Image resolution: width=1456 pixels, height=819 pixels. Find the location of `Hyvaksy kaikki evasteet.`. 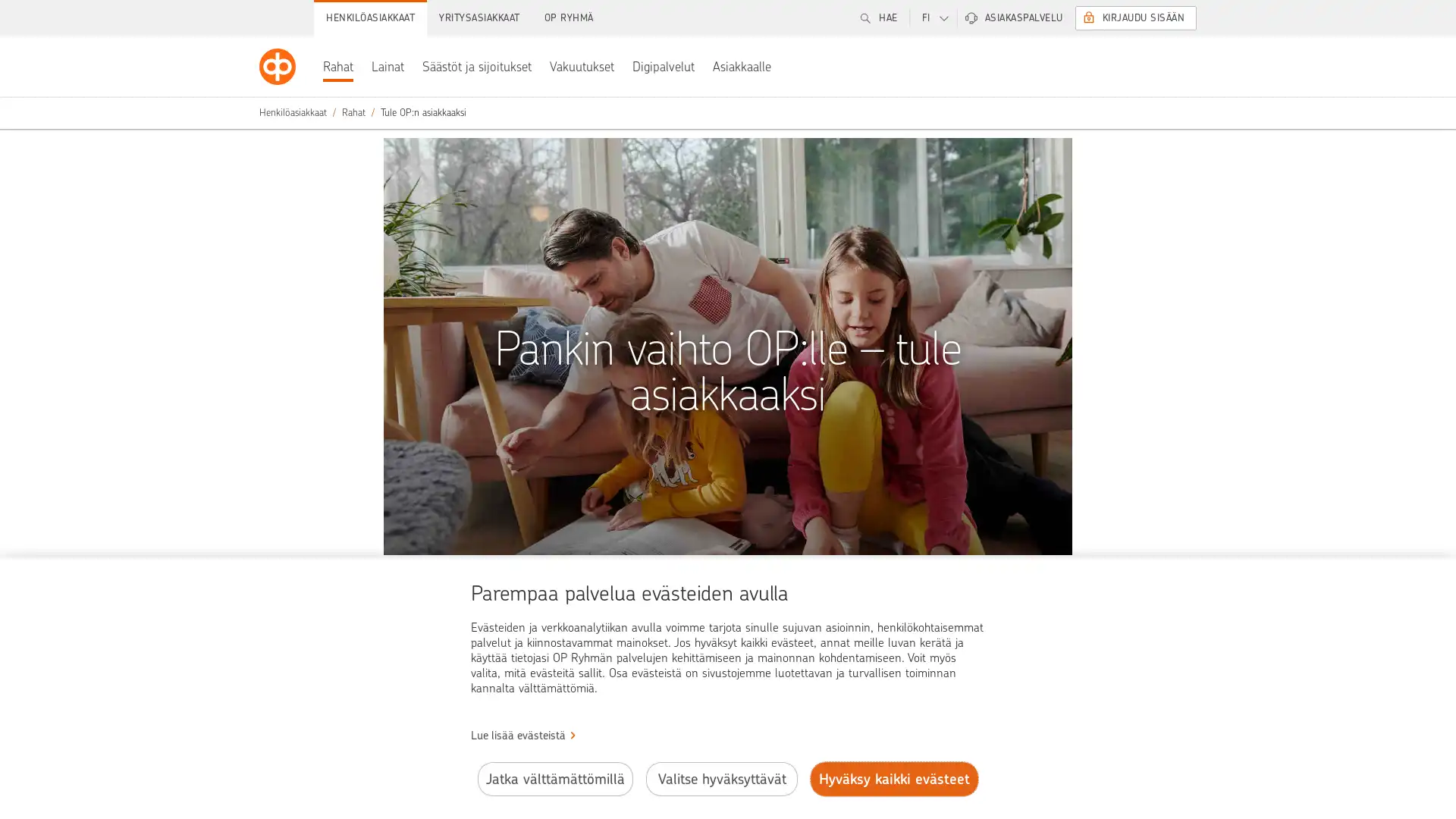

Hyvaksy kaikki evasteet. is located at coordinates (894, 779).